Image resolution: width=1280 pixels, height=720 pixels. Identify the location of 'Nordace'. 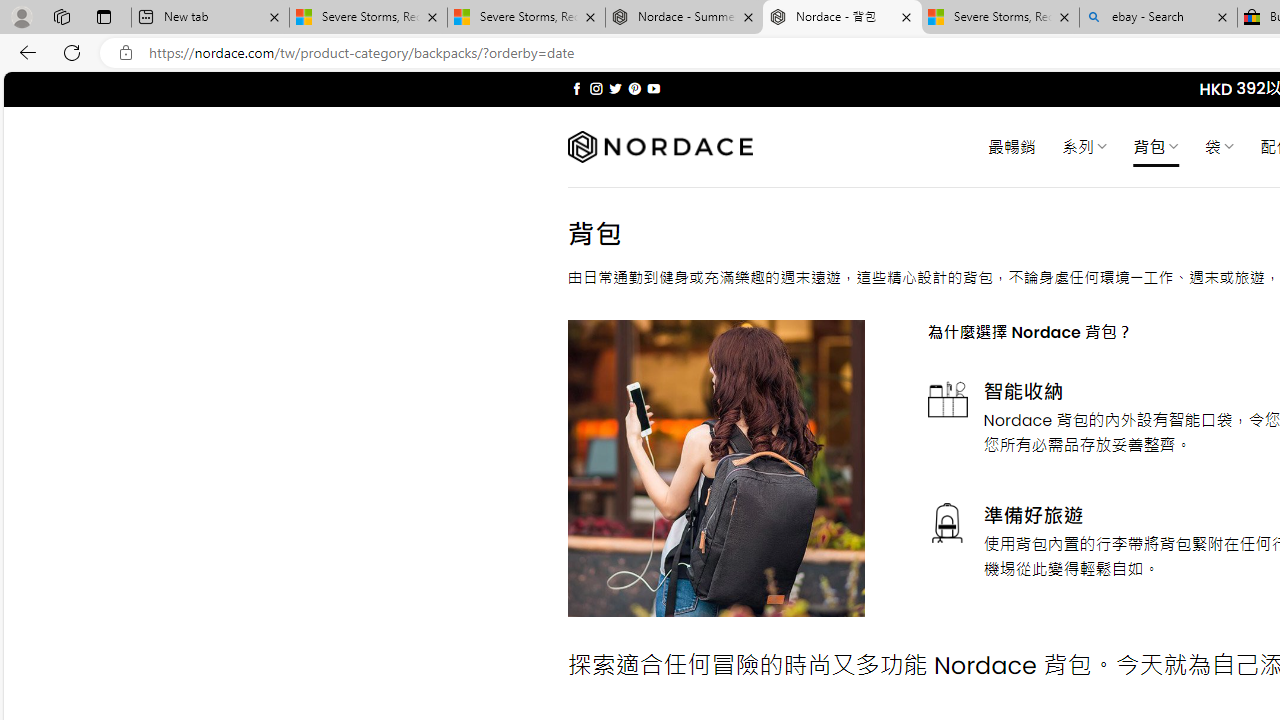
(659, 146).